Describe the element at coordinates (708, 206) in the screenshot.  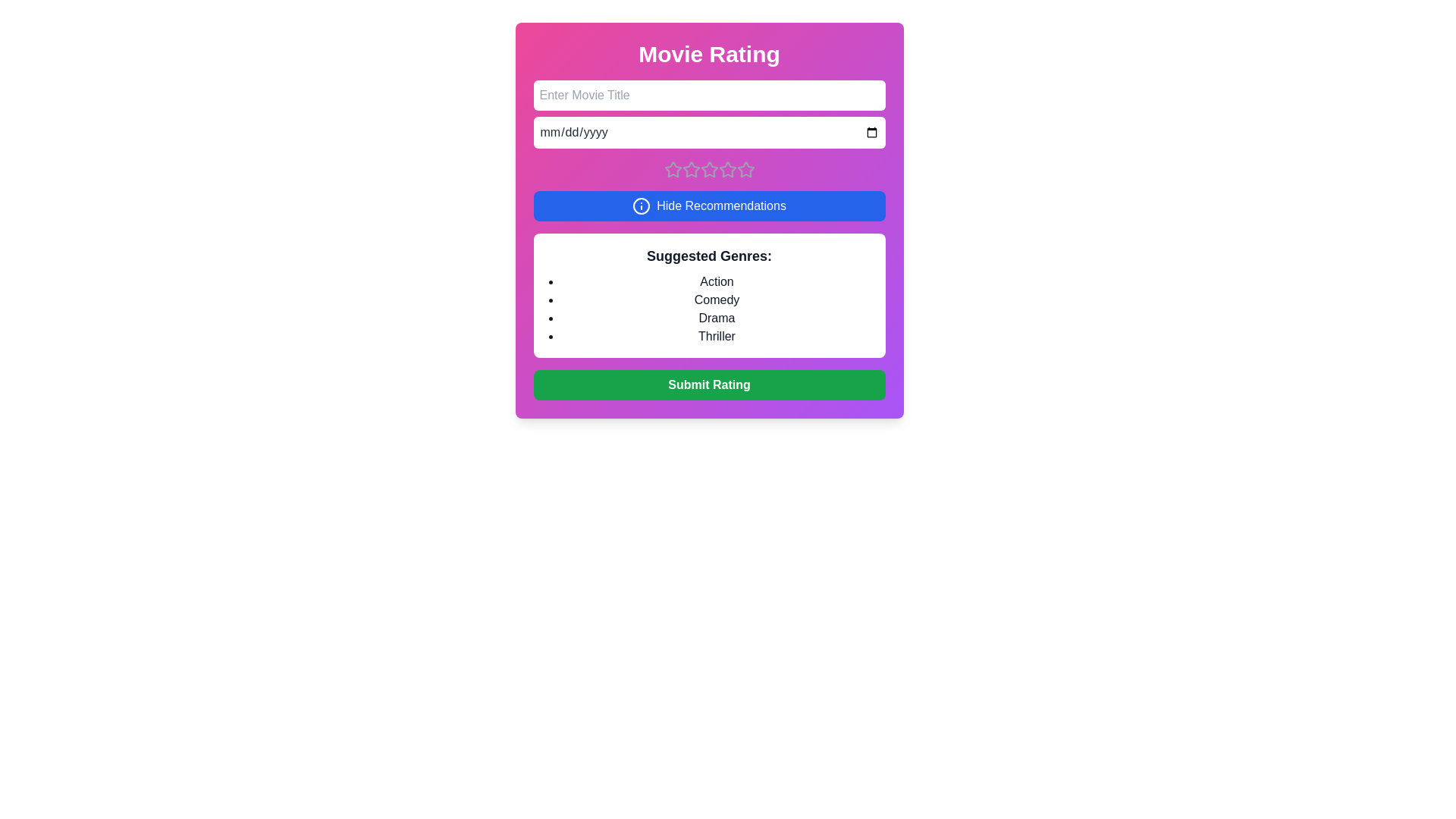
I see `the 'Hide Recommendations' button to toggle the visibility of the recommendations section` at that location.